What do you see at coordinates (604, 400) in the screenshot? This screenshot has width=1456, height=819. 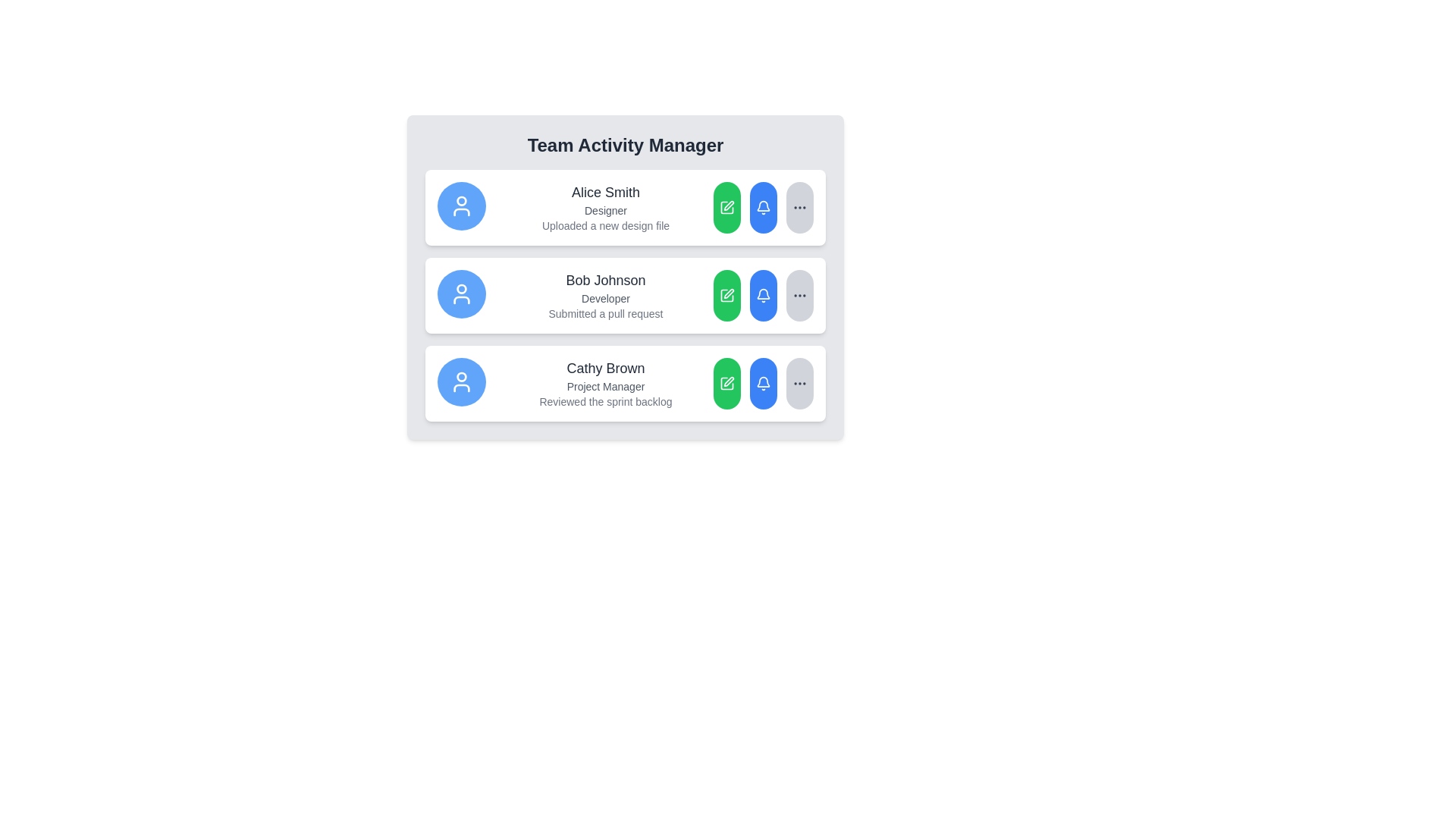 I see `the text label that says 'Reviewed the sprint backlog', which is styled in gray and is the third line under 'Cathy Brown' and 'Project Manager'` at bounding box center [604, 400].